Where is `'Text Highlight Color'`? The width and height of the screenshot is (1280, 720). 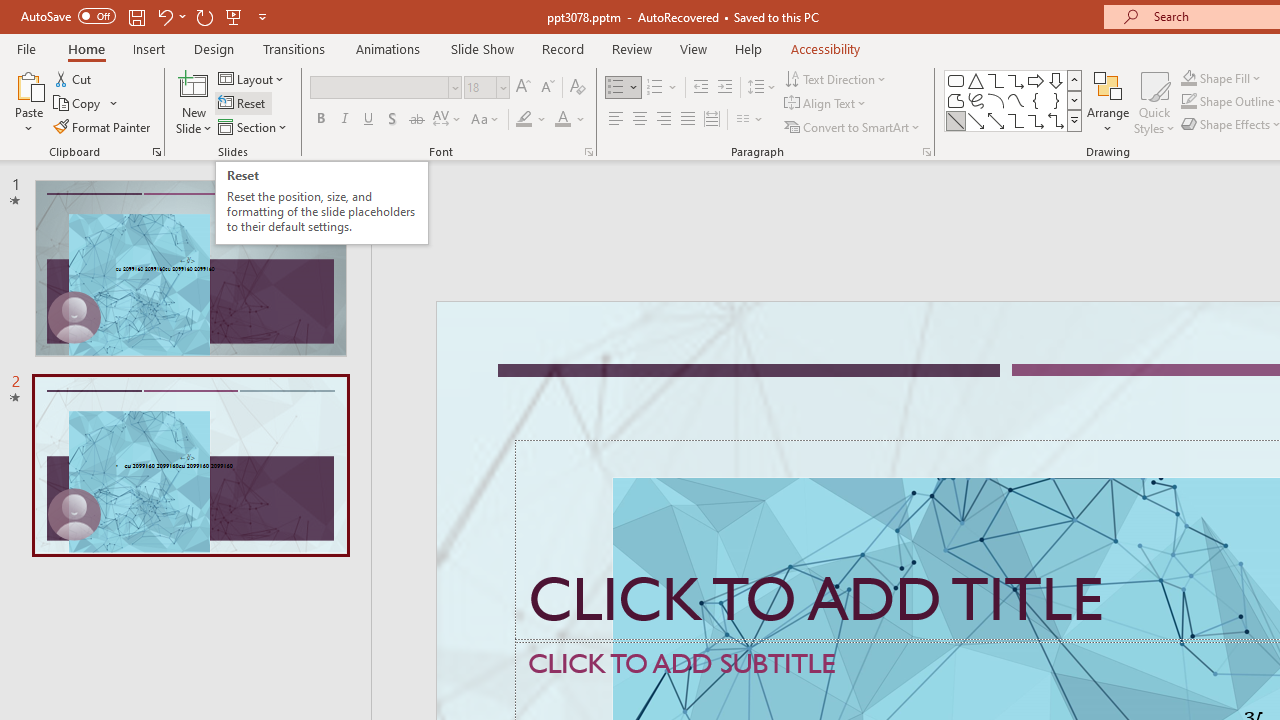
'Text Highlight Color' is located at coordinates (531, 119).